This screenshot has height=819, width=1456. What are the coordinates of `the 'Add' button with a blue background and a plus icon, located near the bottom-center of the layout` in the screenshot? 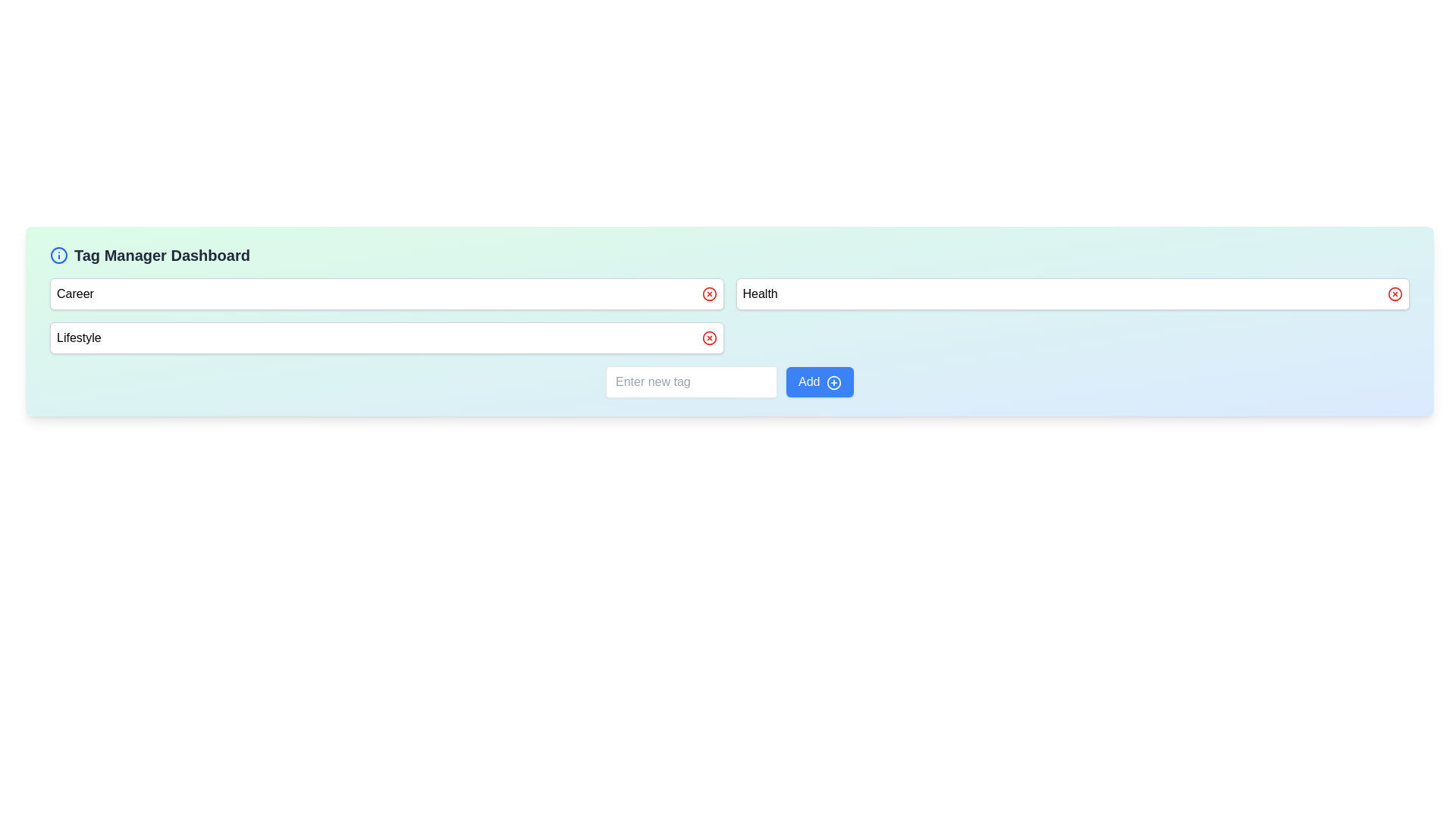 It's located at (818, 381).